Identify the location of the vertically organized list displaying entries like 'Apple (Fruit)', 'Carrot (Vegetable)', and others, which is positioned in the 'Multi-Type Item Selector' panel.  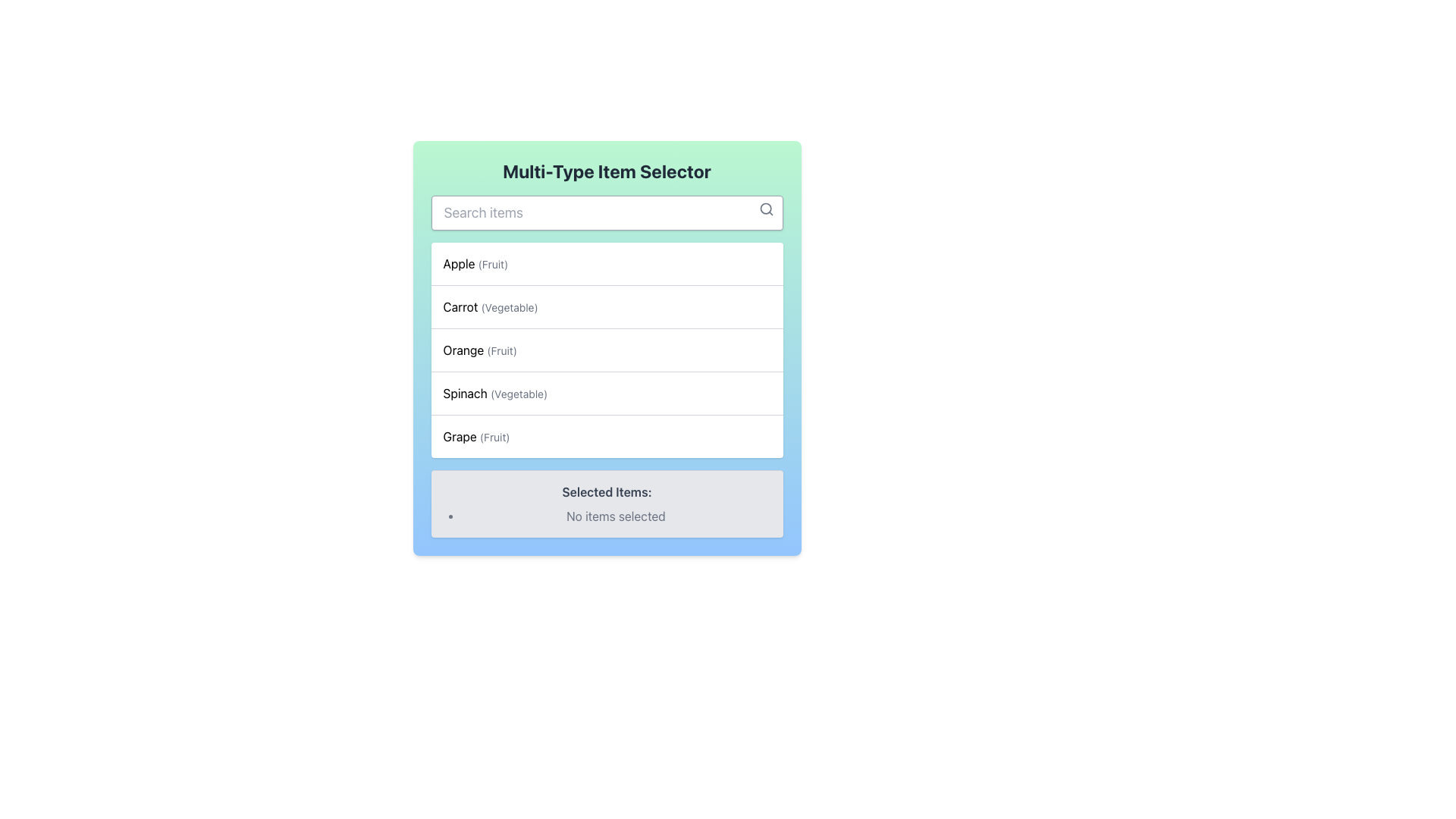
(607, 350).